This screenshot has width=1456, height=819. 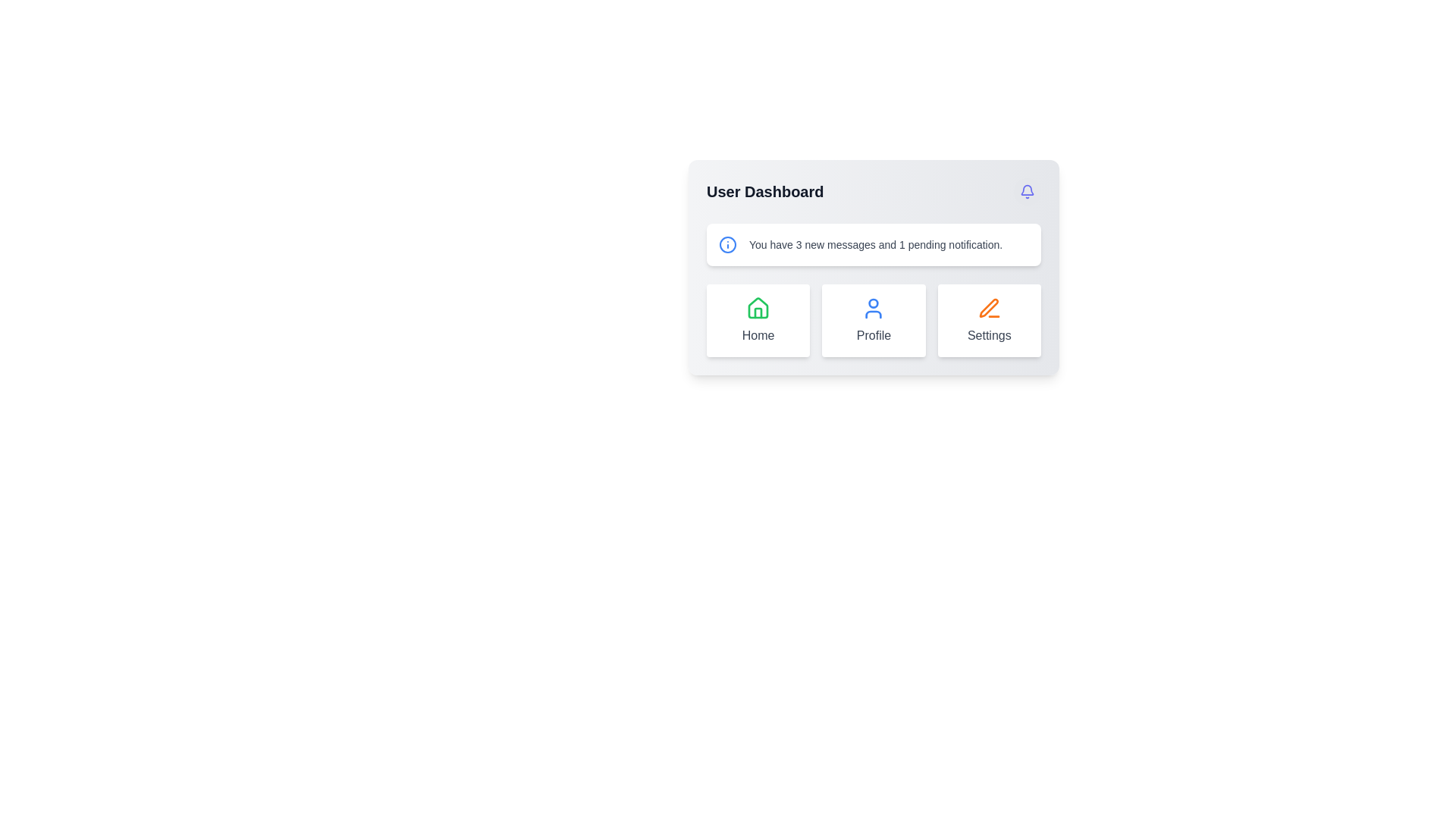 I want to click on the 'Profile' text label displayed in a subtle gray color, located in the middle card of the dashboard interface, so click(x=874, y=335).